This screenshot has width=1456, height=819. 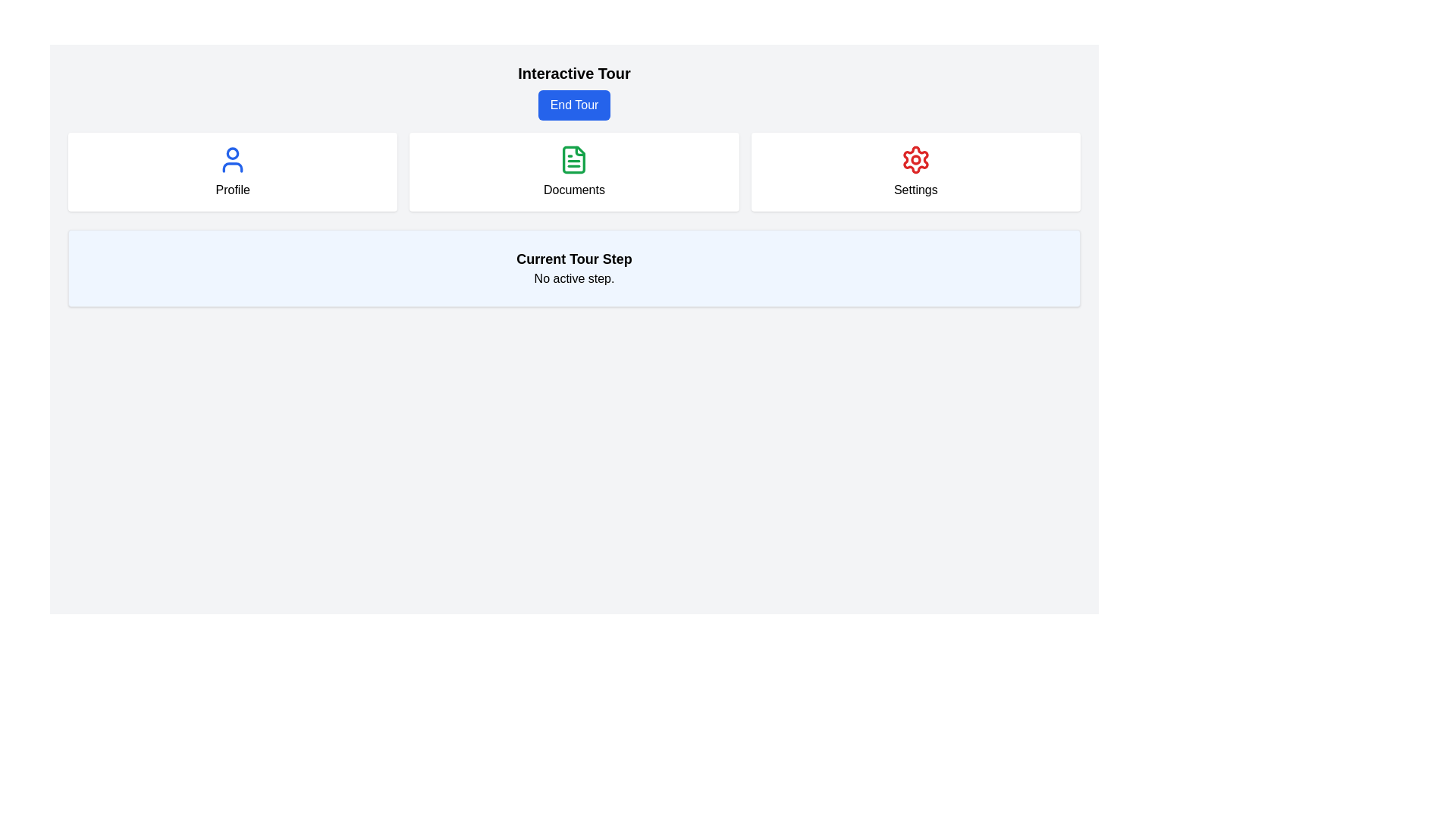 What do you see at coordinates (573, 160) in the screenshot?
I see `the document or file-related icon located in the top central region of the interface, which is the second icon from the left, between the 'Profile' and 'Settings' icons` at bounding box center [573, 160].